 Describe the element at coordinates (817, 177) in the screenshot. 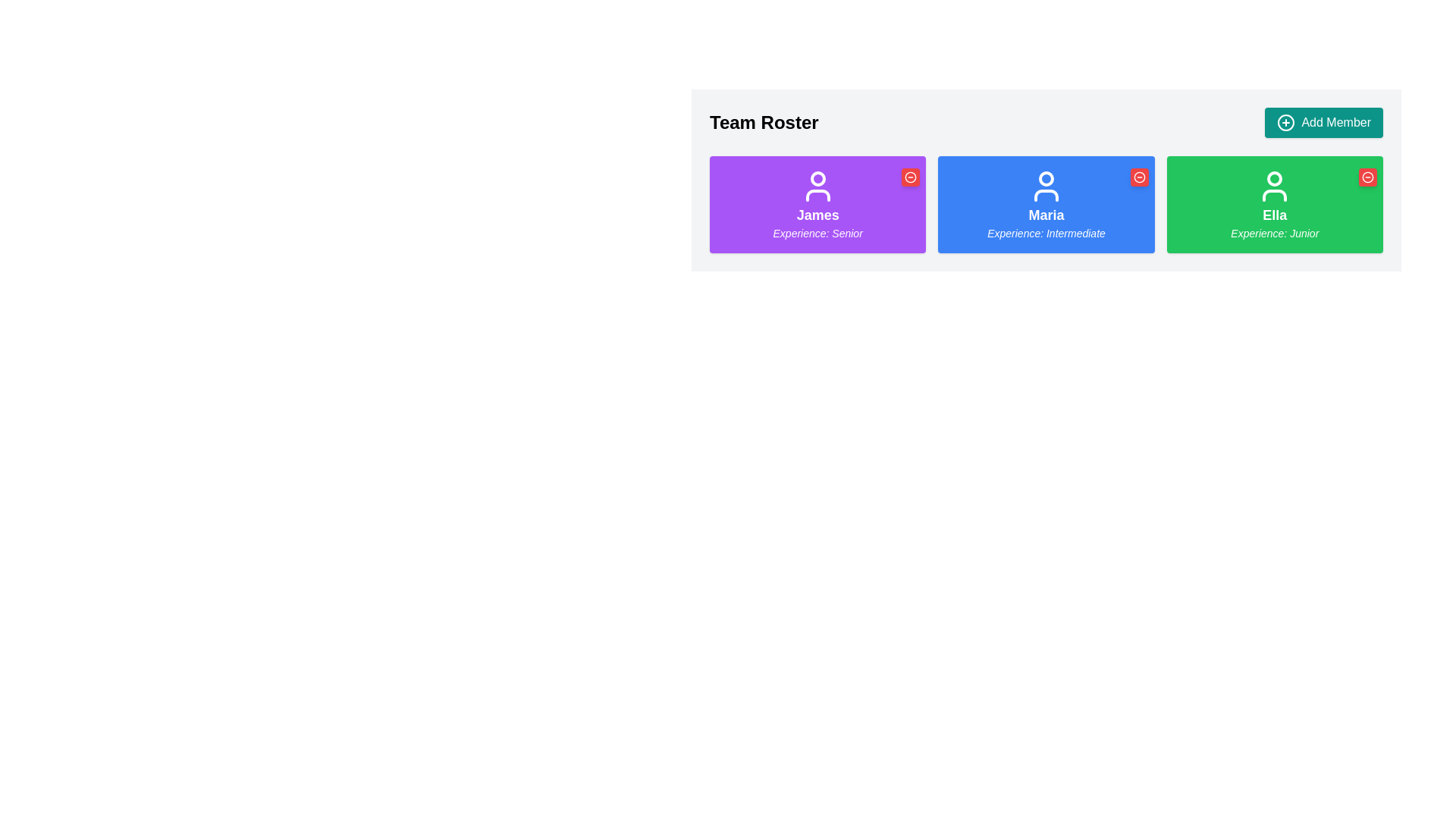

I see `the circular user profile icon located in the upper central area of the purple tile labeled 'James'` at that location.